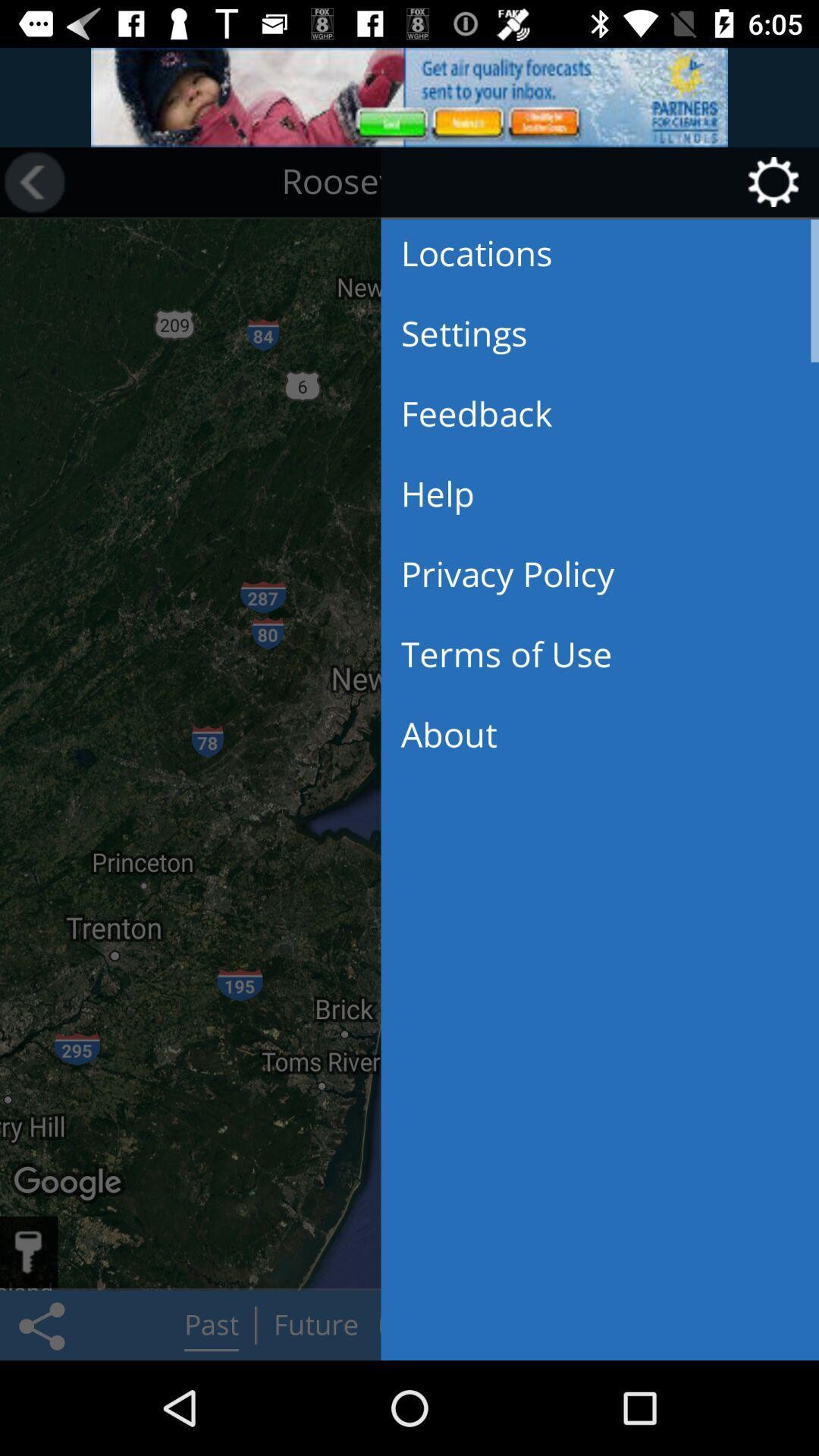 This screenshot has height=1456, width=819. What do you see at coordinates (70, 1183) in the screenshot?
I see `the text at bottom left corner` at bounding box center [70, 1183].